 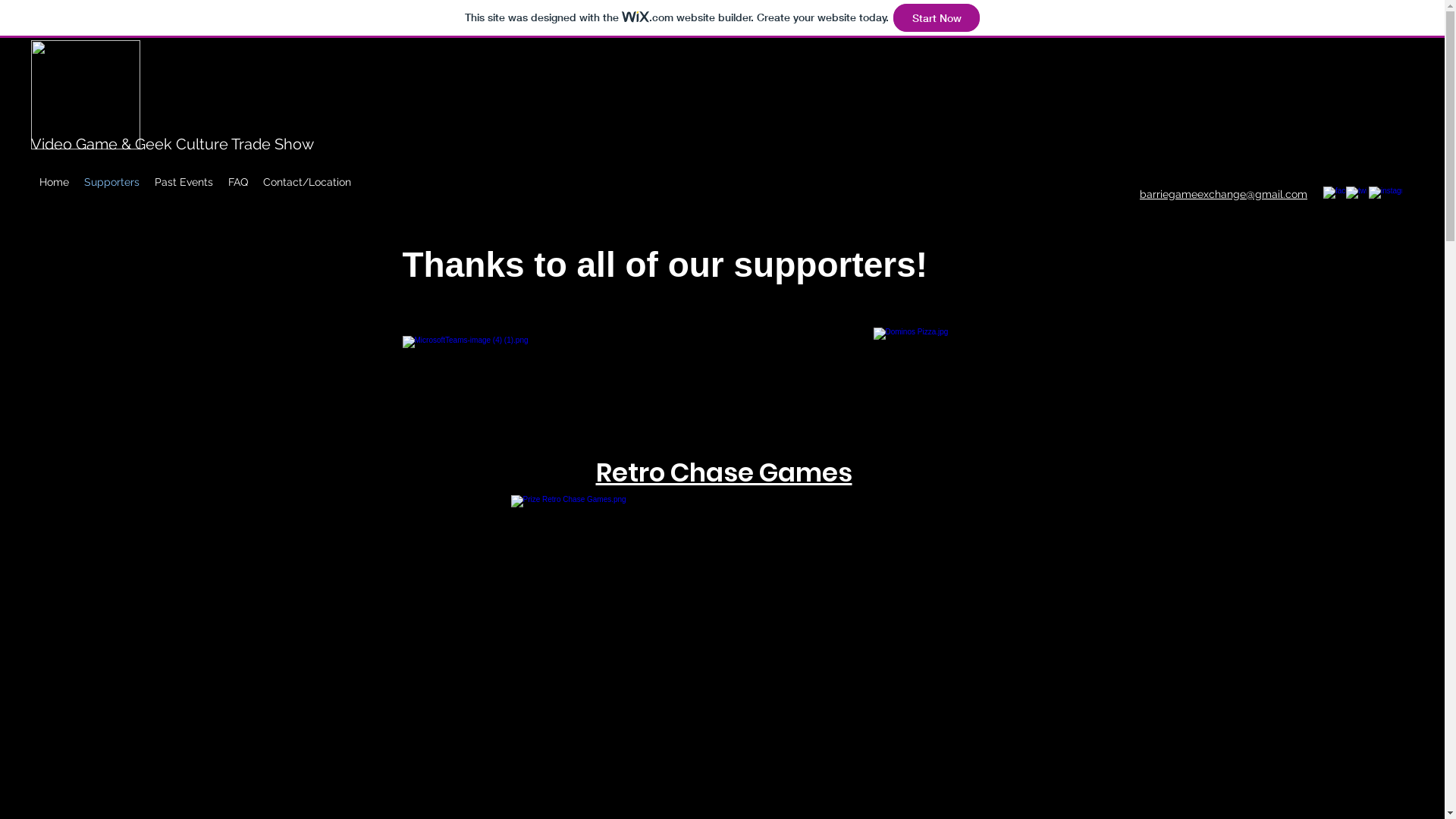 I want to click on 'Past Events', so click(x=183, y=180).